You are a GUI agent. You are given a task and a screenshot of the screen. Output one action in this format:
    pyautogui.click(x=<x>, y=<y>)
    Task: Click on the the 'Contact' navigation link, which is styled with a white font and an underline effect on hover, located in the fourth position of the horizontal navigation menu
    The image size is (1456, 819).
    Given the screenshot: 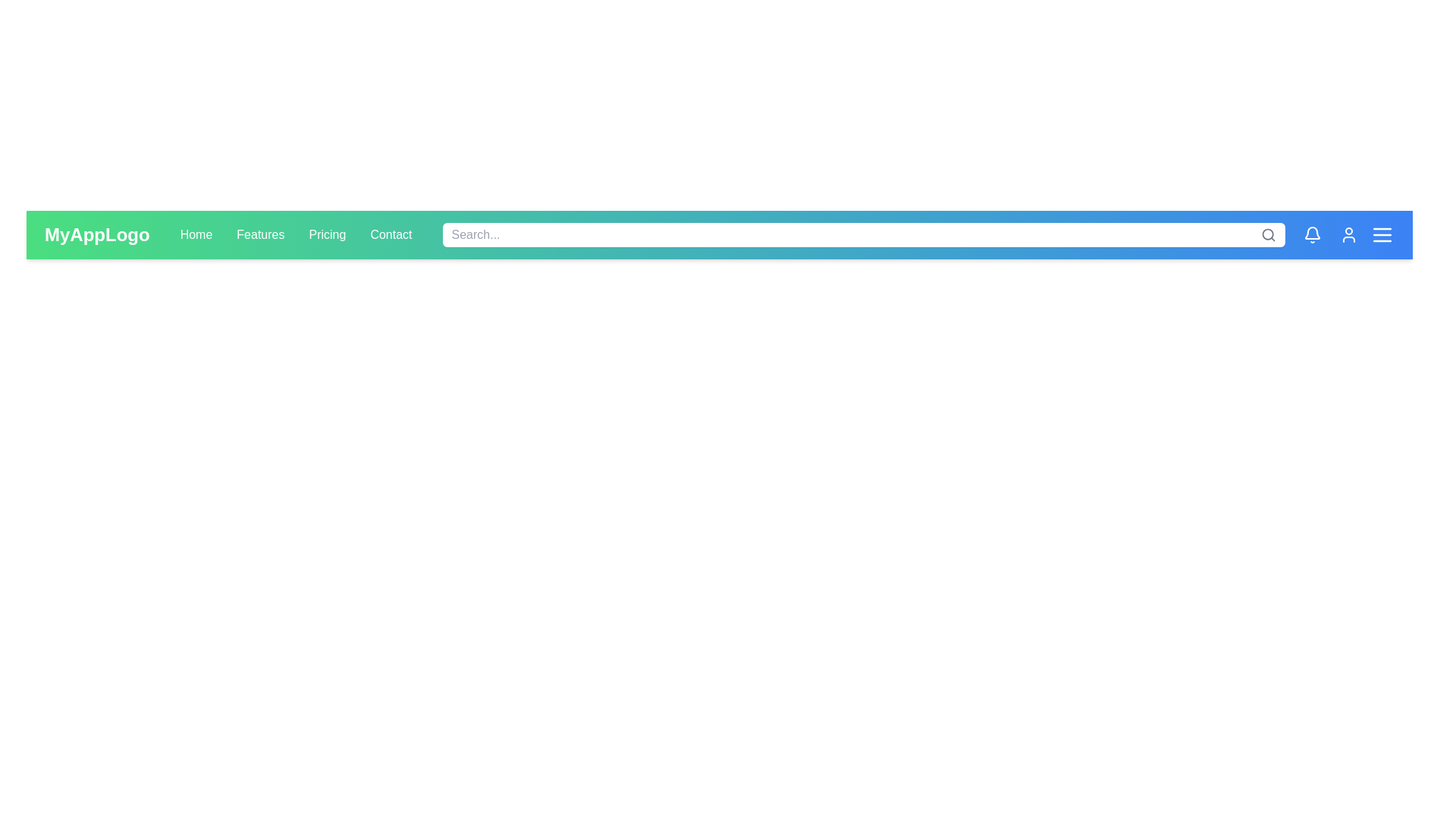 What is the action you would take?
    pyautogui.click(x=391, y=234)
    